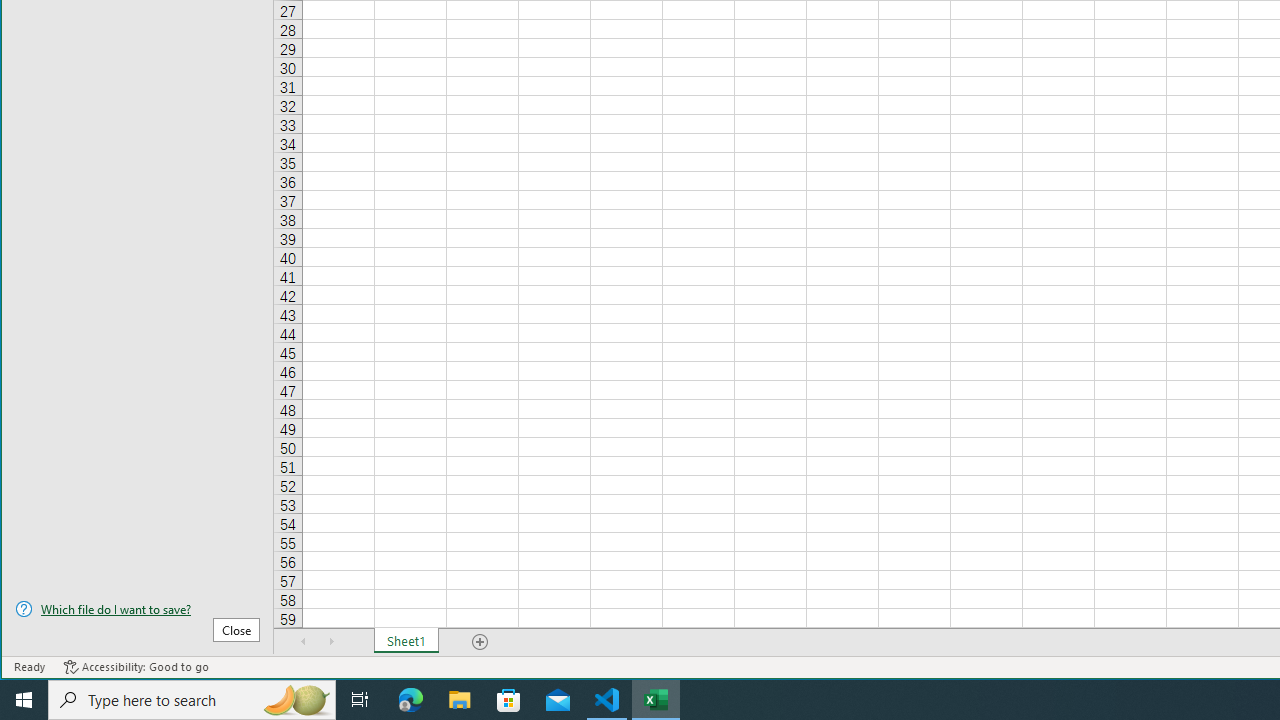  I want to click on 'Sheet1', so click(405, 641).